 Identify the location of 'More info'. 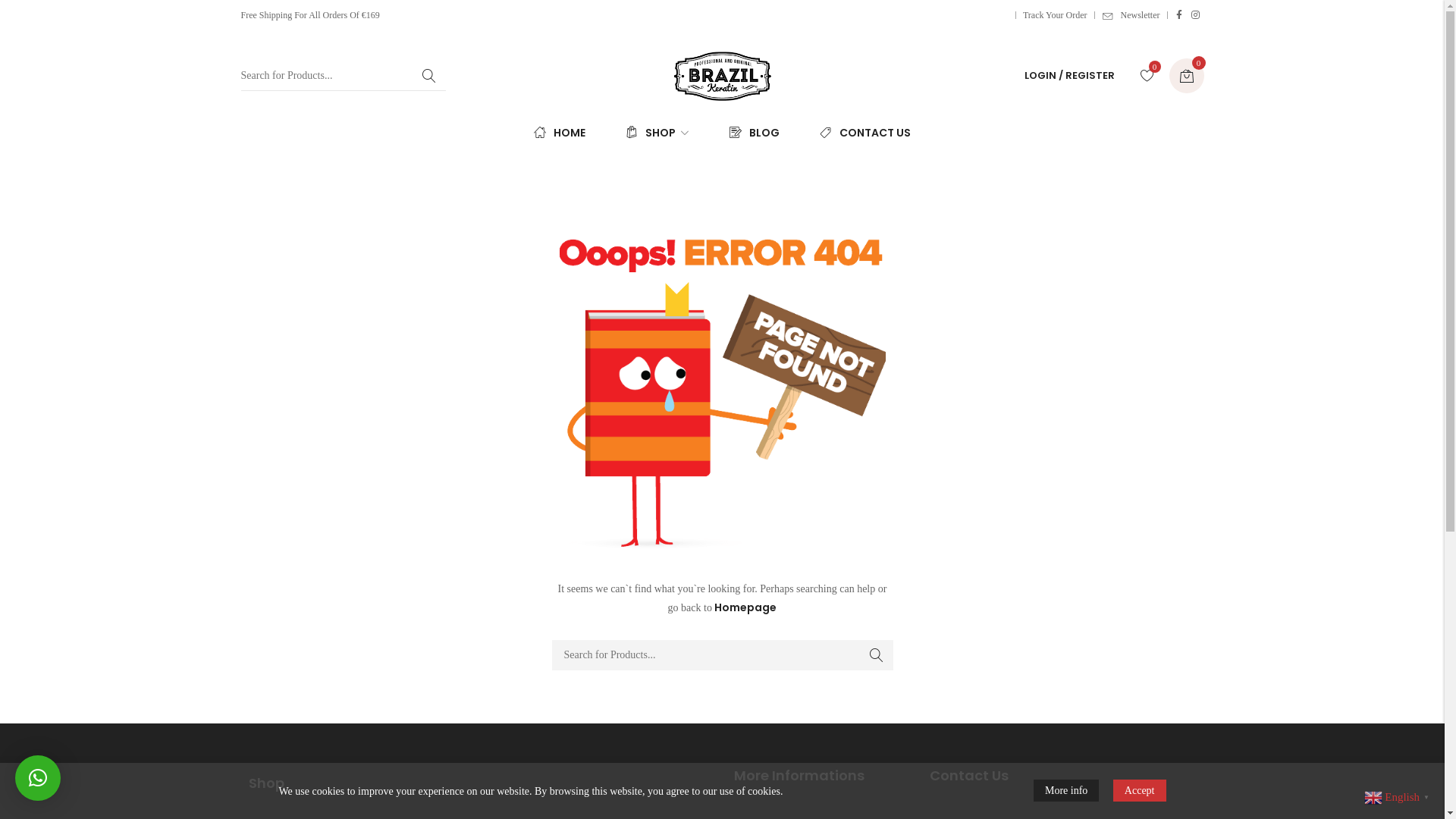
(1065, 789).